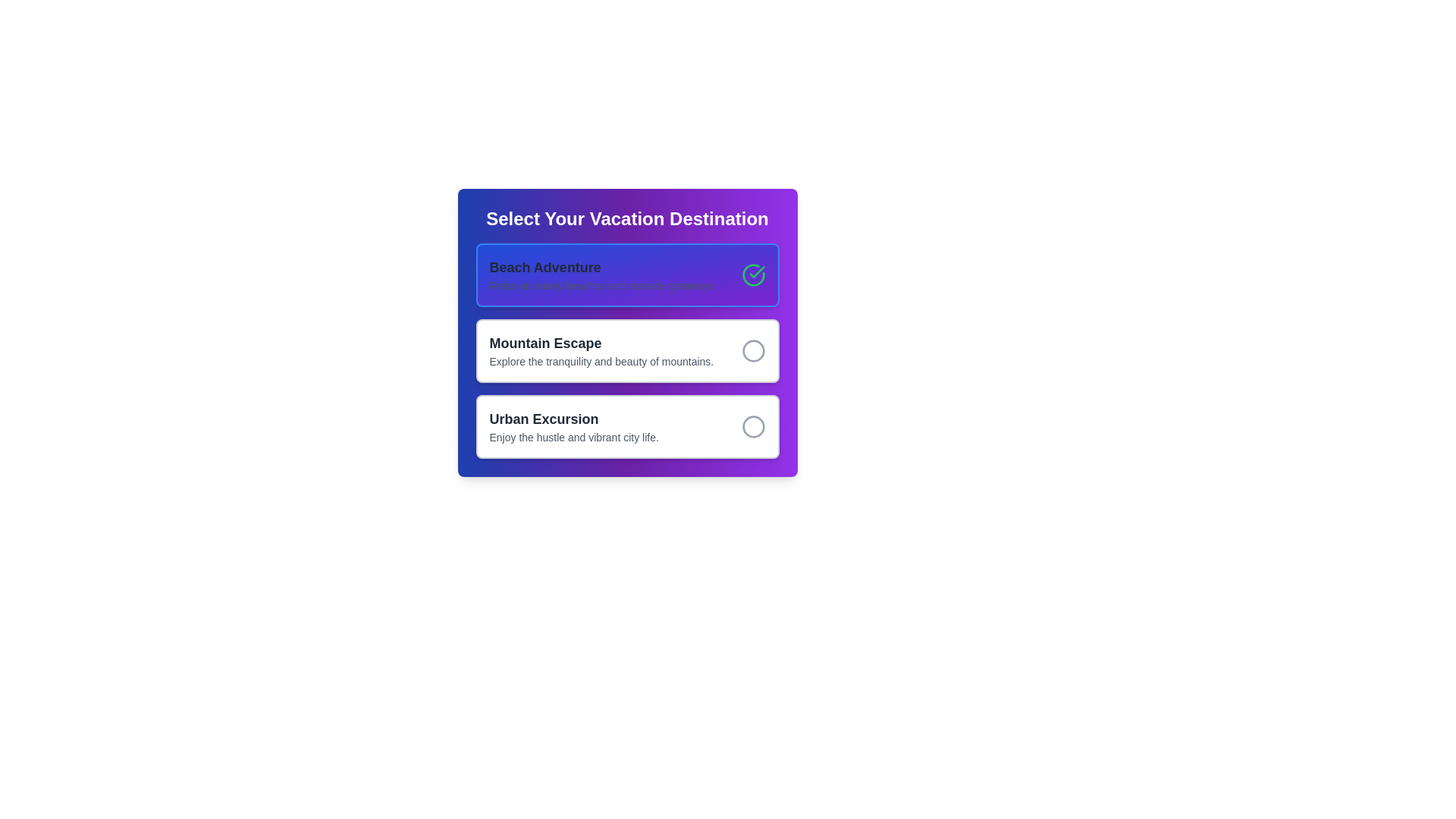 Image resolution: width=1456 pixels, height=819 pixels. What do you see at coordinates (627, 219) in the screenshot?
I see `the Text header that informs the user about vacation destination options, which is the first element in a card with a gradient background and rounded corners` at bounding box center [627, 219].